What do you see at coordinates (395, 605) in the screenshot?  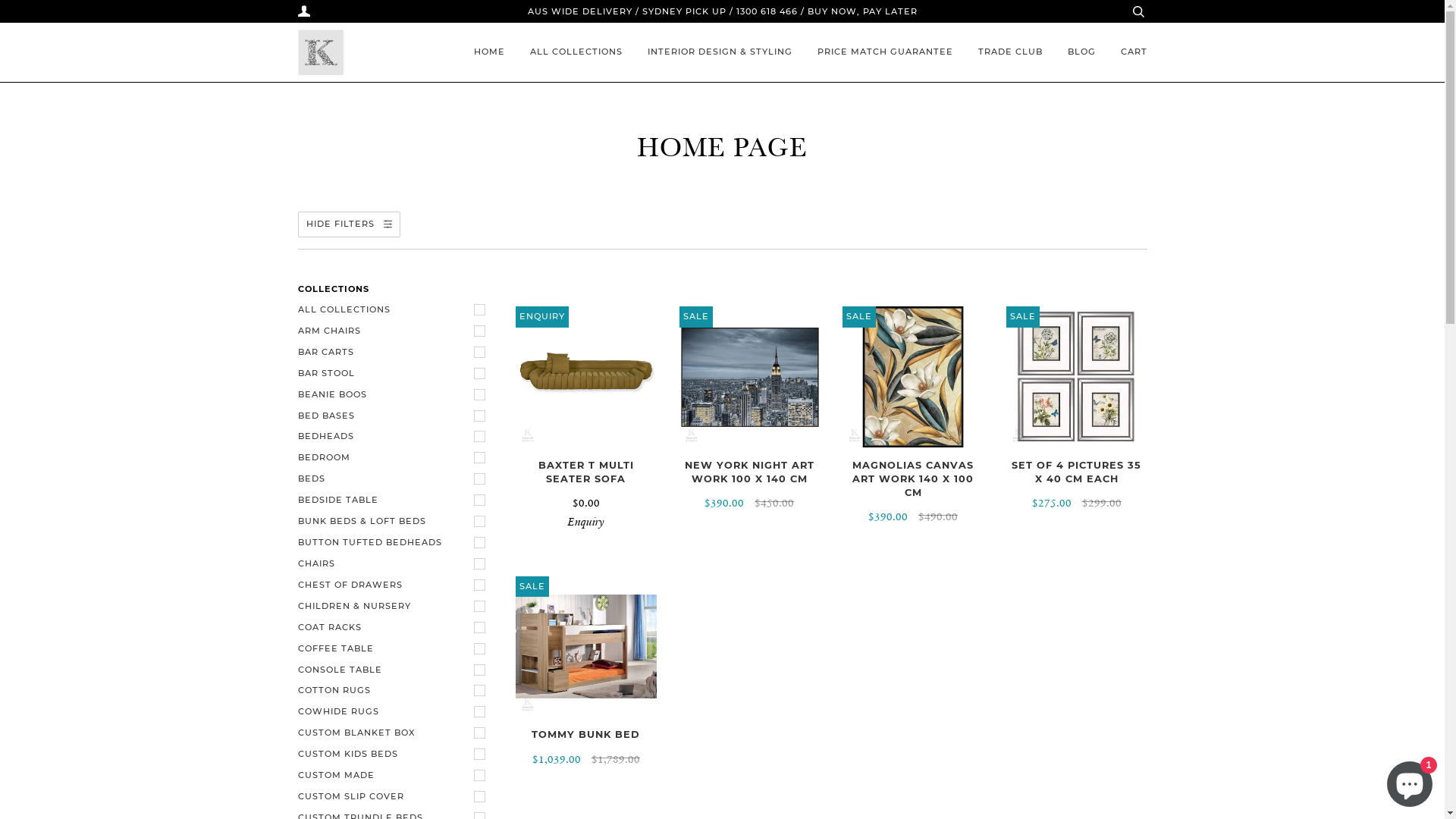 I see `'CHILDREN & NURSERY'` at bounding box center [395, 605].